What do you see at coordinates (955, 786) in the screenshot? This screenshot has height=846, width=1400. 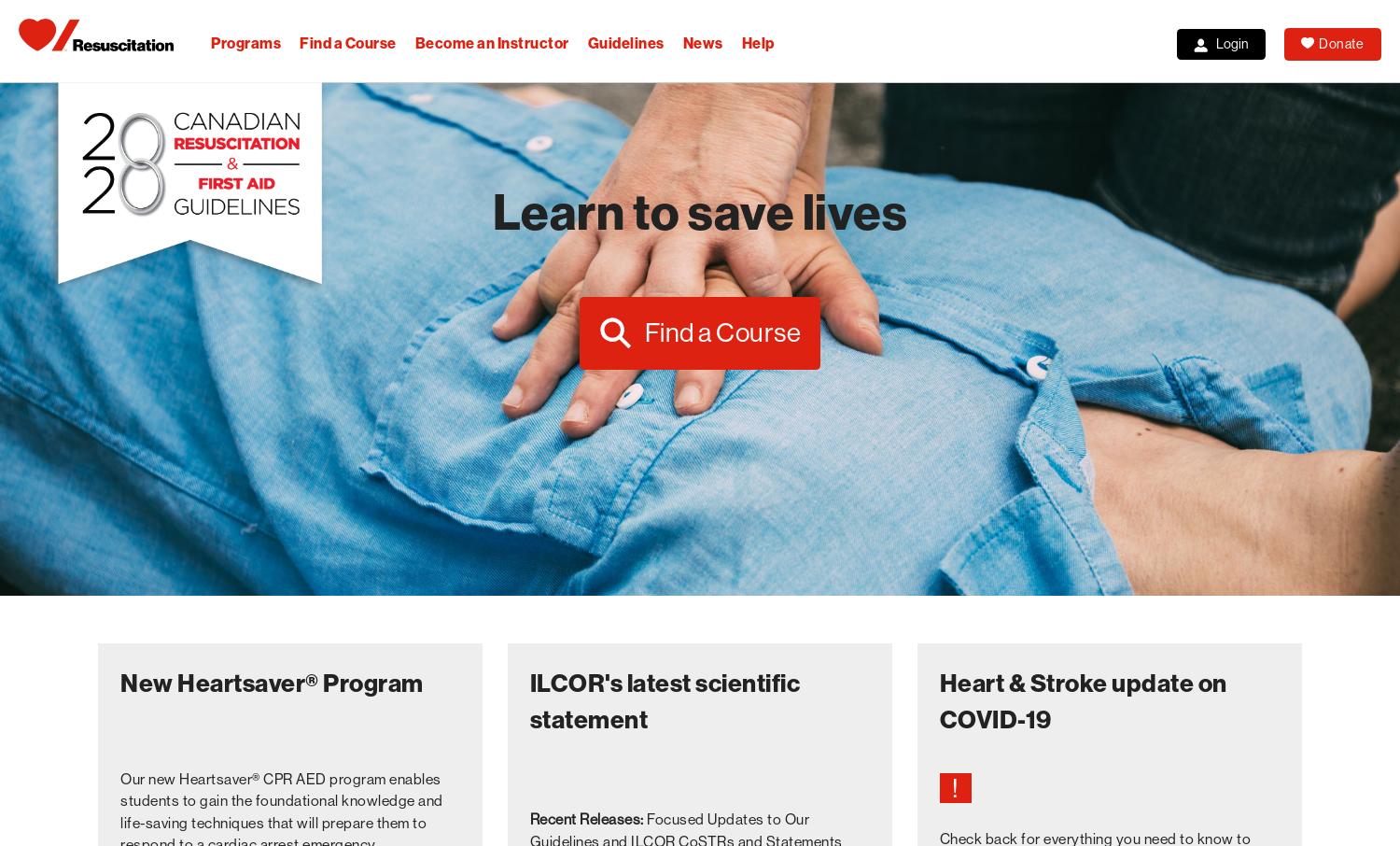 I see `'!'` at bounding box center [955, 786].